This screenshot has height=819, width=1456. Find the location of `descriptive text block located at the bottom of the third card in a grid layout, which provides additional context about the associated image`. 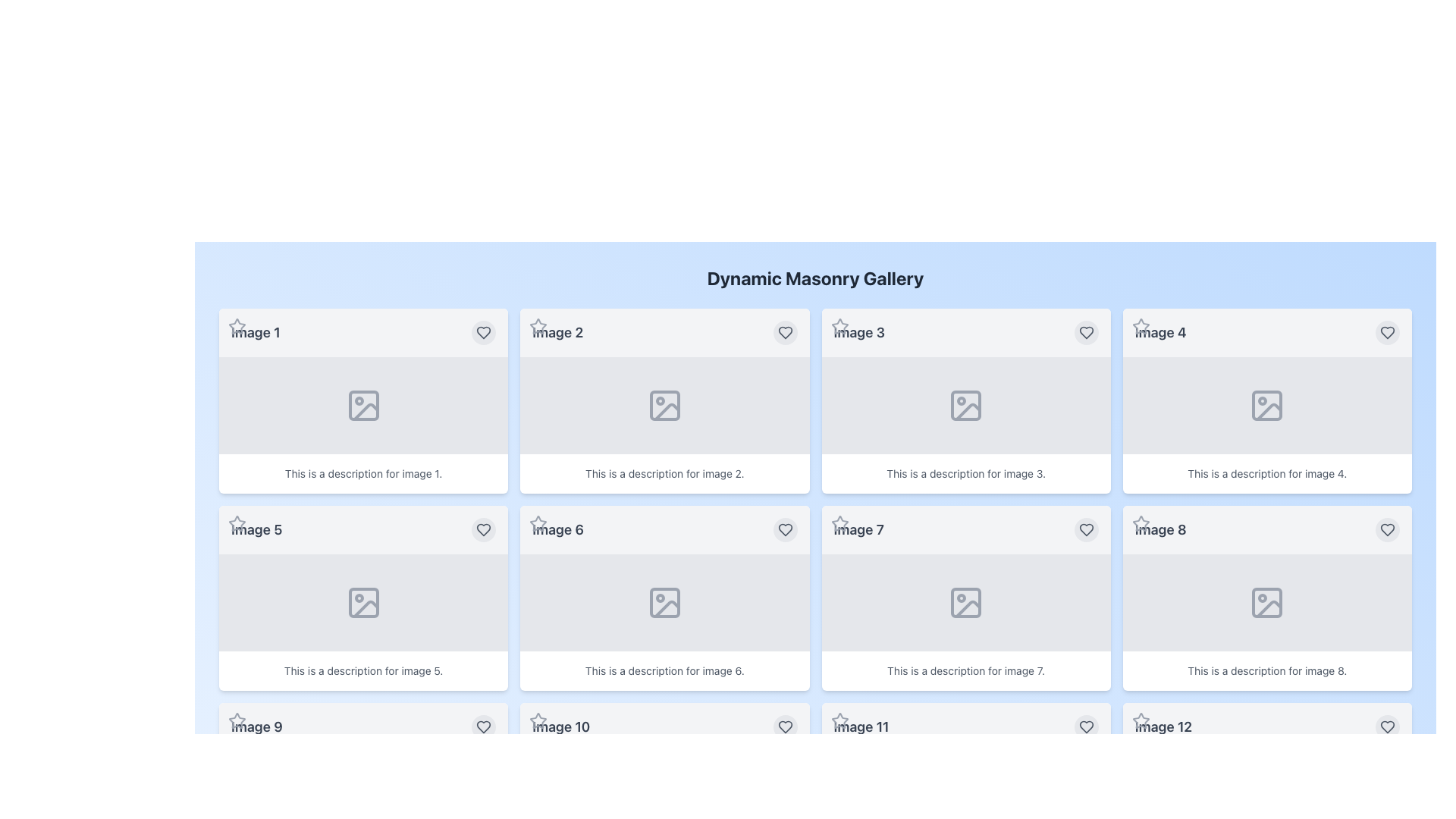

descriptive text block located at the bottom of the third card in a grid layout, which provides additional context about the associated image is located at coordinates (965, 472).